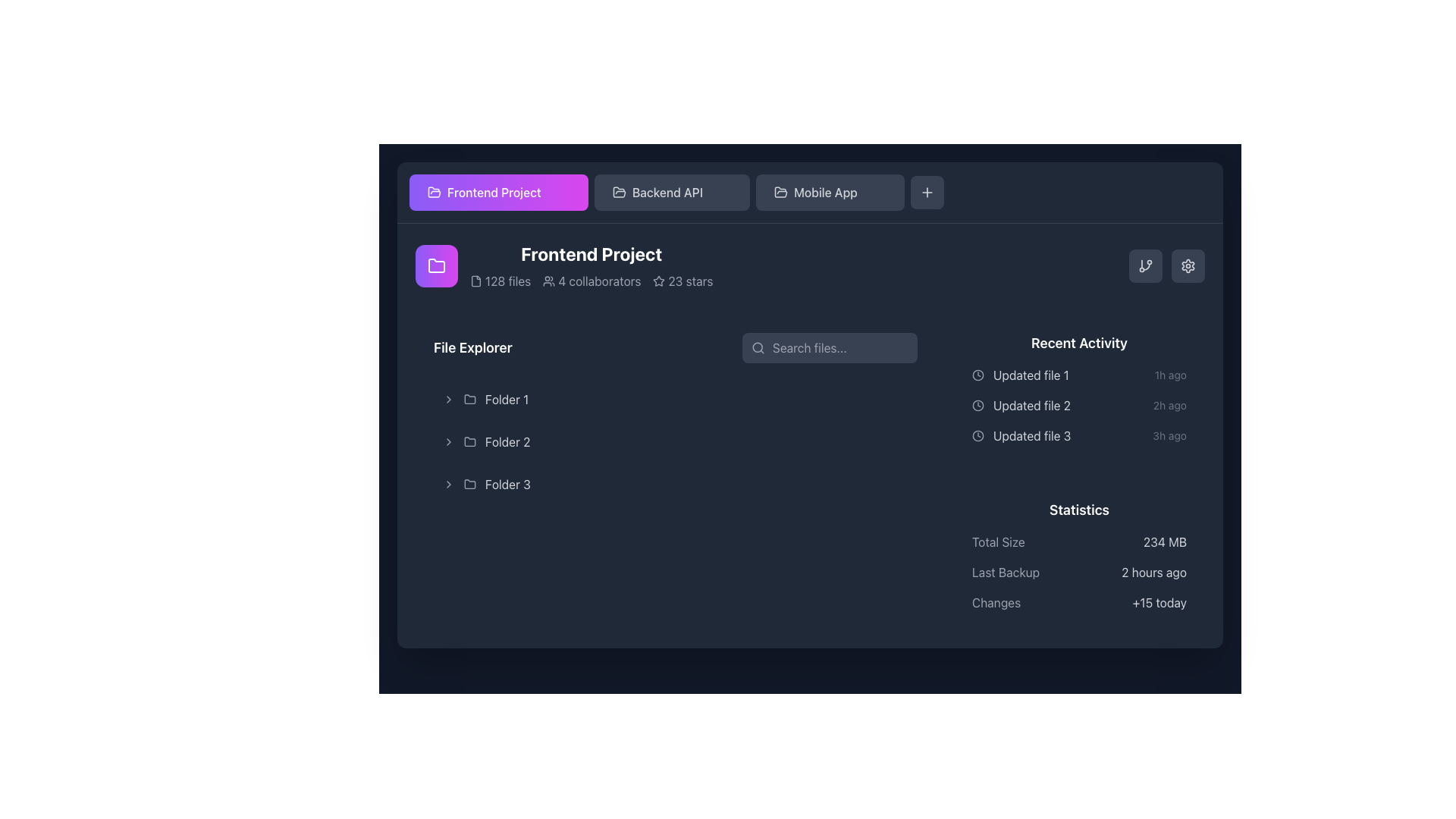 The image size is (1456, 819). Describe the element at coordinates (675, 485) in the screenshot. I see `the list item labeled 'Folder 3' in the 'File Explorer' section` at that location.